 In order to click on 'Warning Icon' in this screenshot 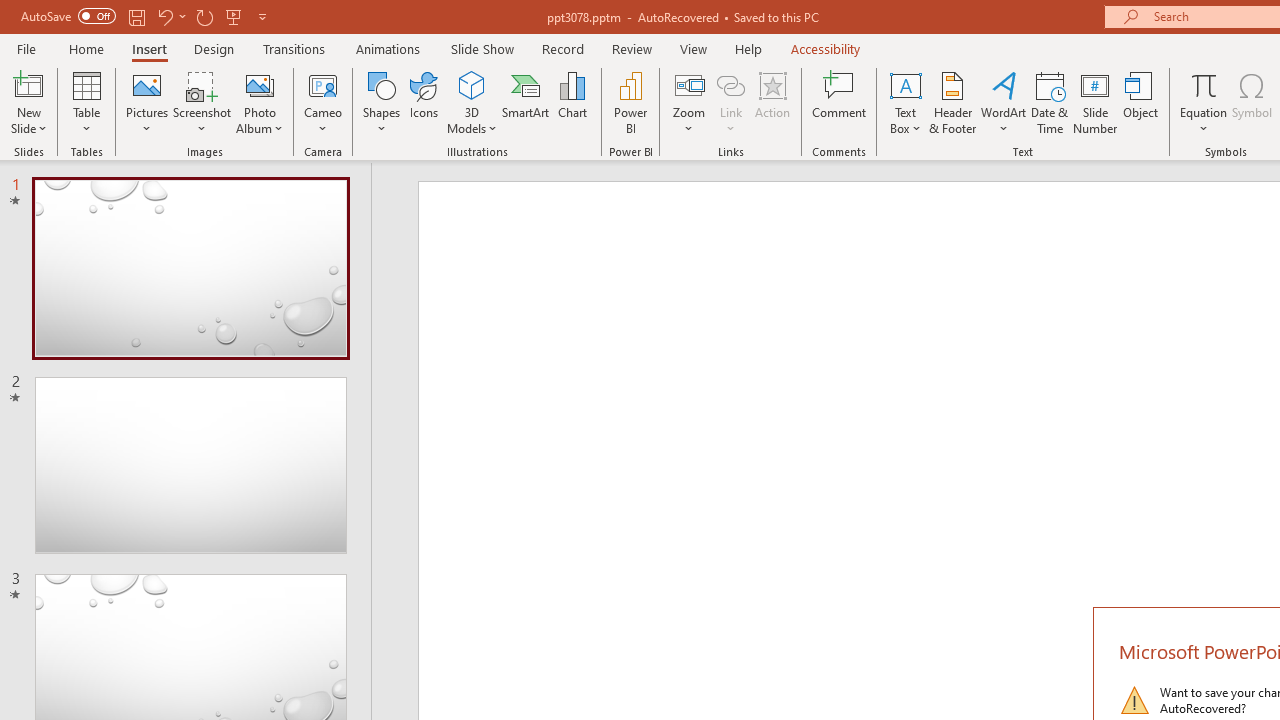, I will do `click(1134, 698)`.